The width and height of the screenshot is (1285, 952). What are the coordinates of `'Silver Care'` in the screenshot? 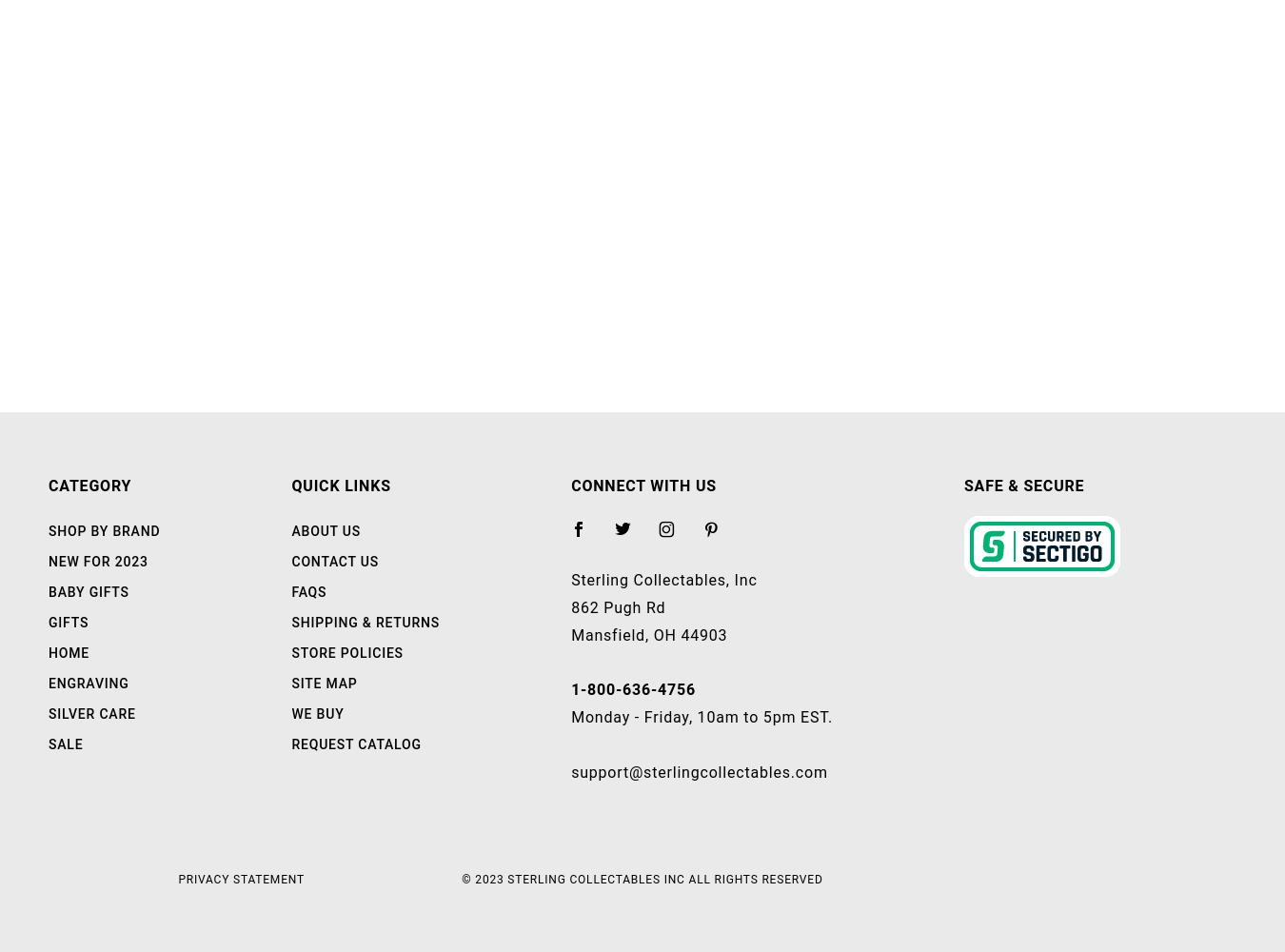 It's located at (90, 714).